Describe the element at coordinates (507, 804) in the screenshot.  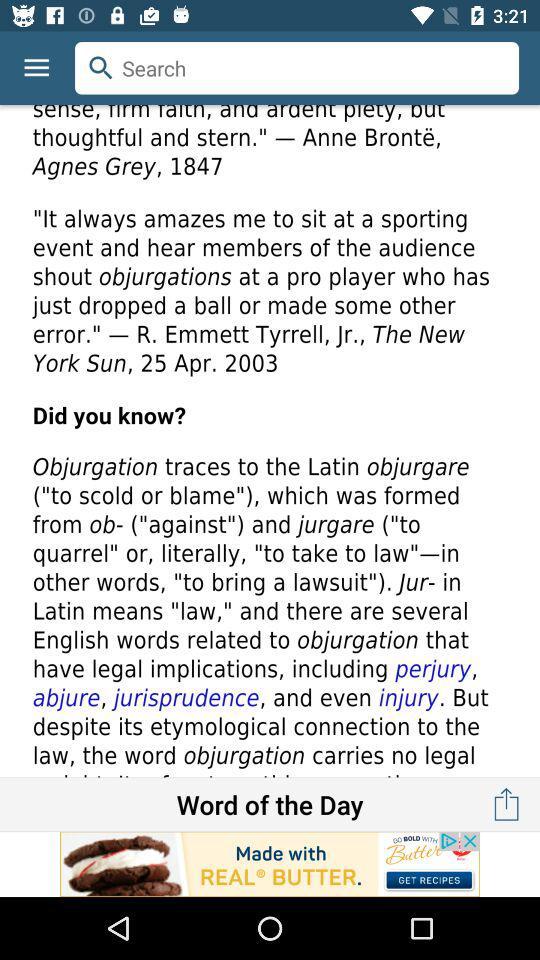
I see `the launch icon` at that location.